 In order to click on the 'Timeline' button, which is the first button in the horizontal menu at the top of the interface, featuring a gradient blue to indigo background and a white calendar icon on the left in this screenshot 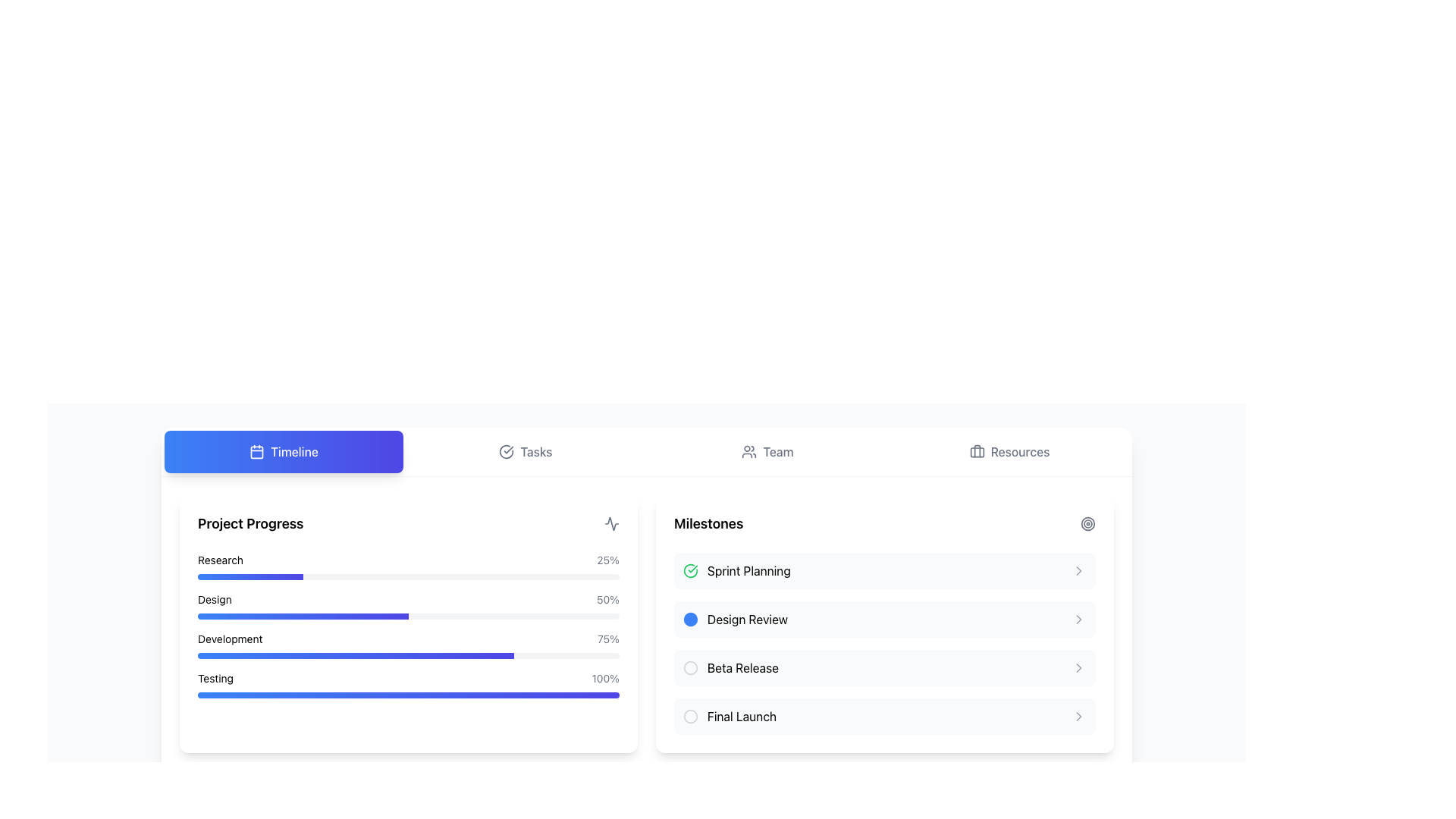, I will do `click(284, 451)`.